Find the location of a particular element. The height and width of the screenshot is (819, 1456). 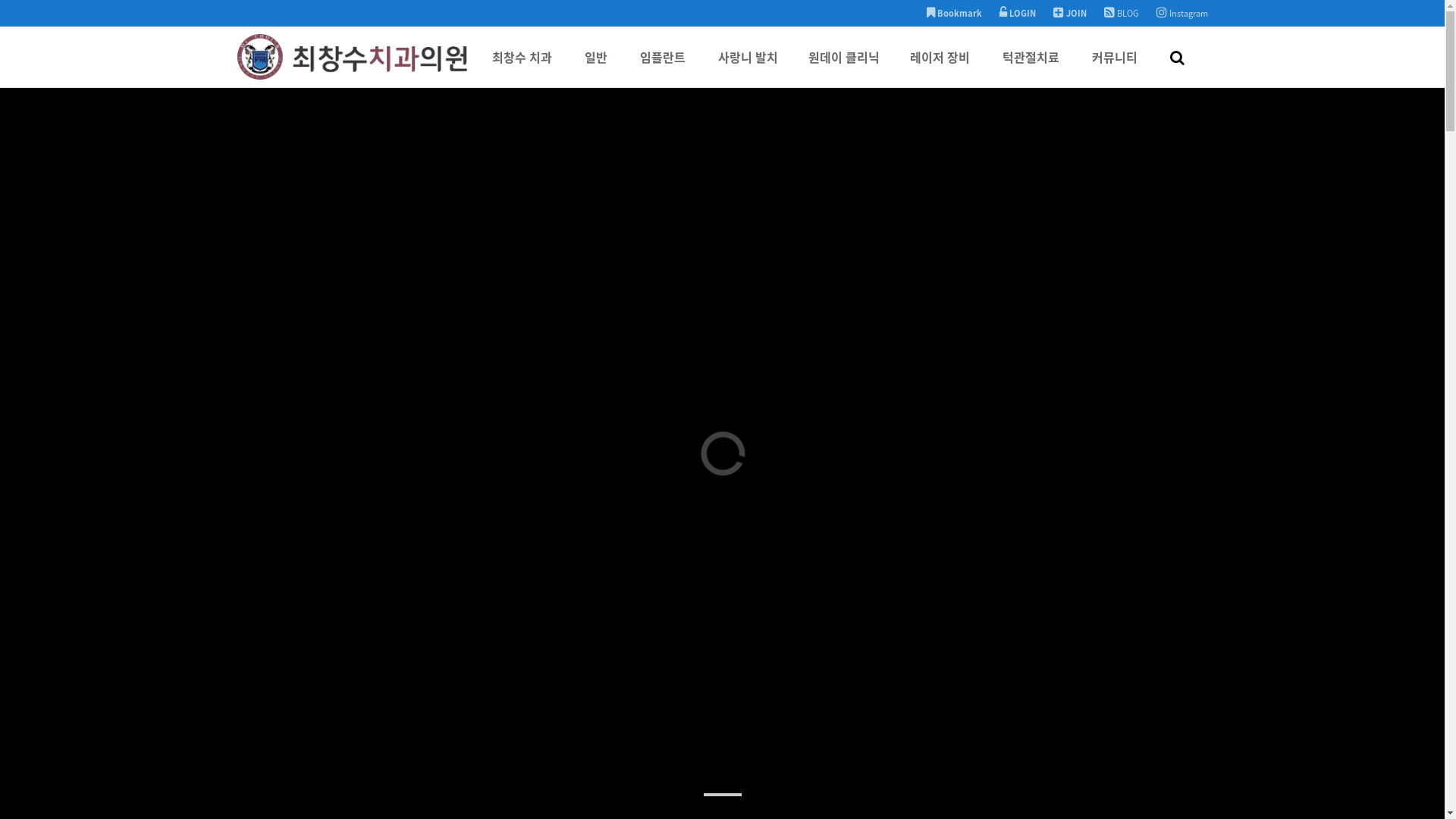

'Instagram' is located at coordinates (1147, 13).